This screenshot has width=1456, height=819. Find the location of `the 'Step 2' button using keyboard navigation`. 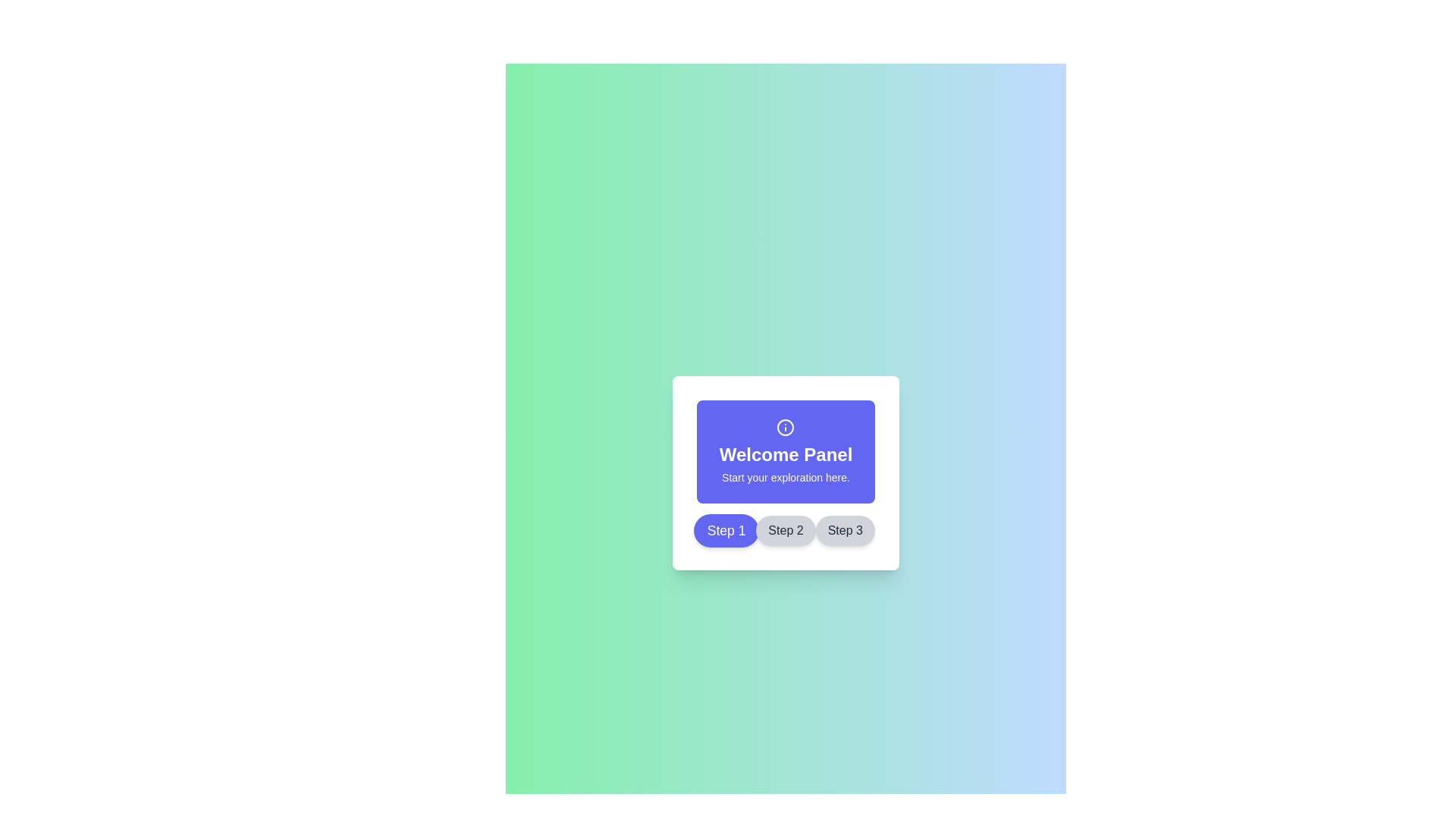

the 'Step 2' button using keyboard navigation is located at coordinates (786, 529).